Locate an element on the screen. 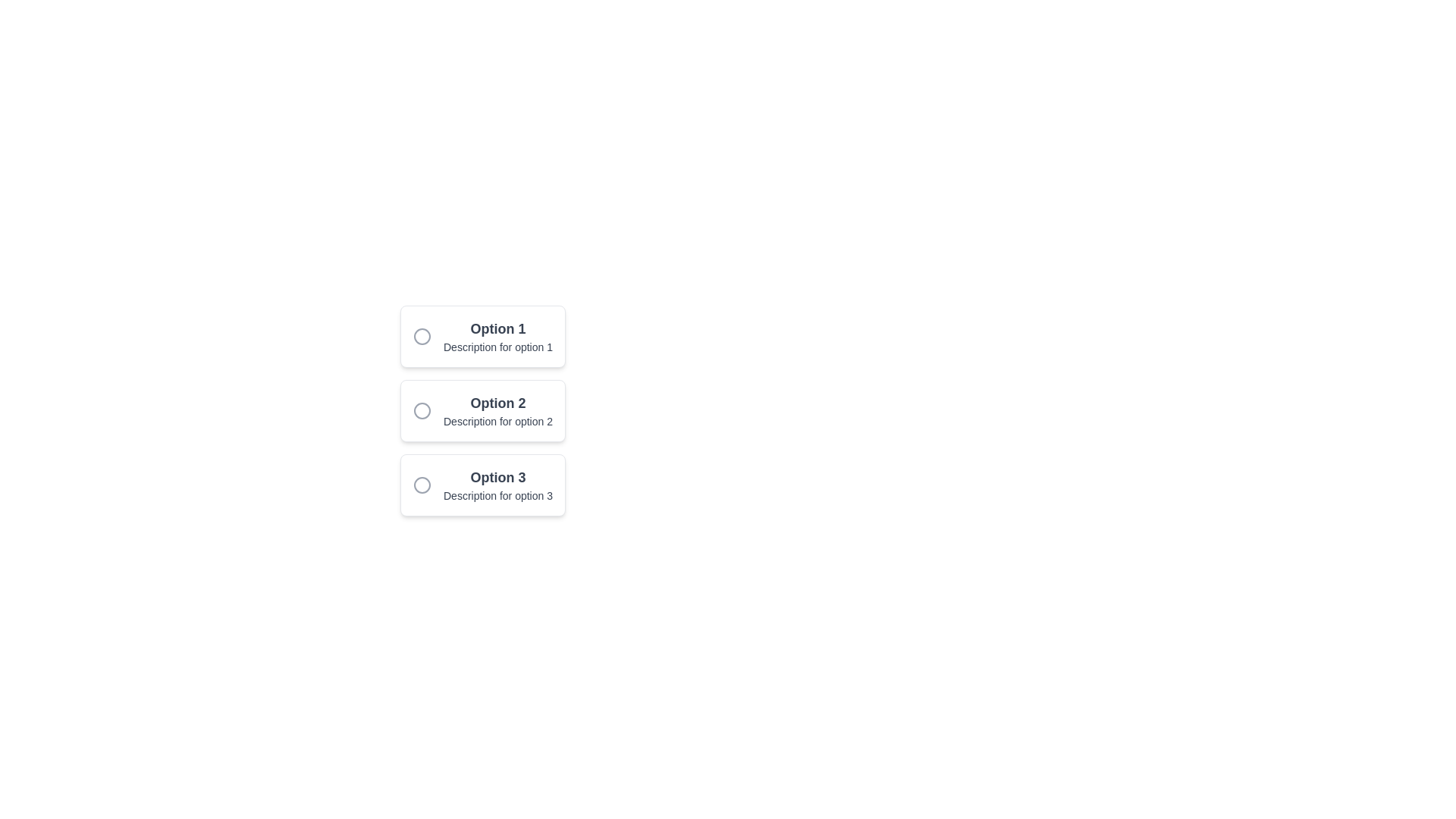 Image resolution: width=1456 pixels, height=819 pixels. the radio button graphic representing 'Option 3', which is the leading icon is located at coordinates (422, 485).